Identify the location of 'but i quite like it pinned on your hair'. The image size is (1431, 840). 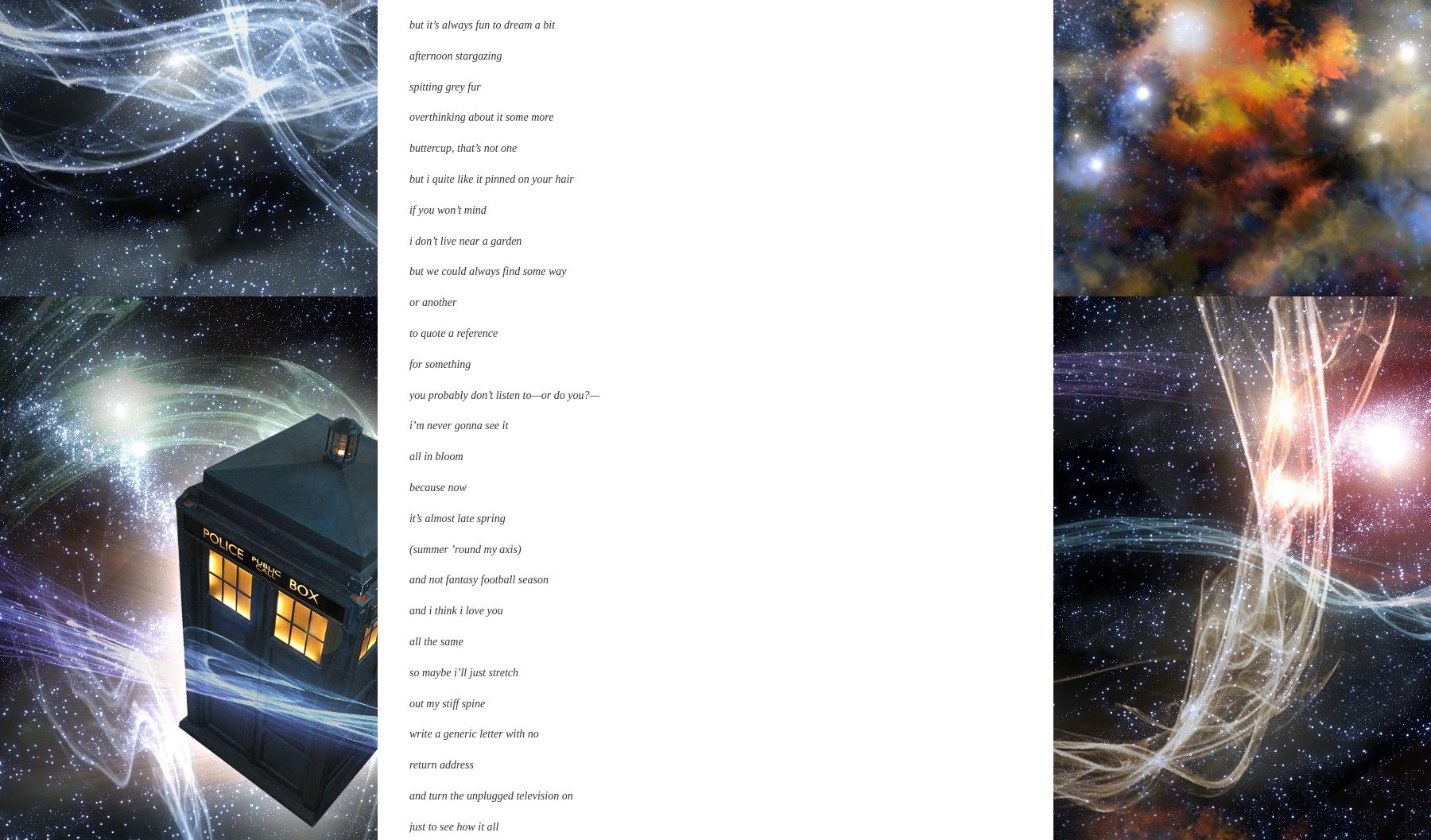
(408, 822).